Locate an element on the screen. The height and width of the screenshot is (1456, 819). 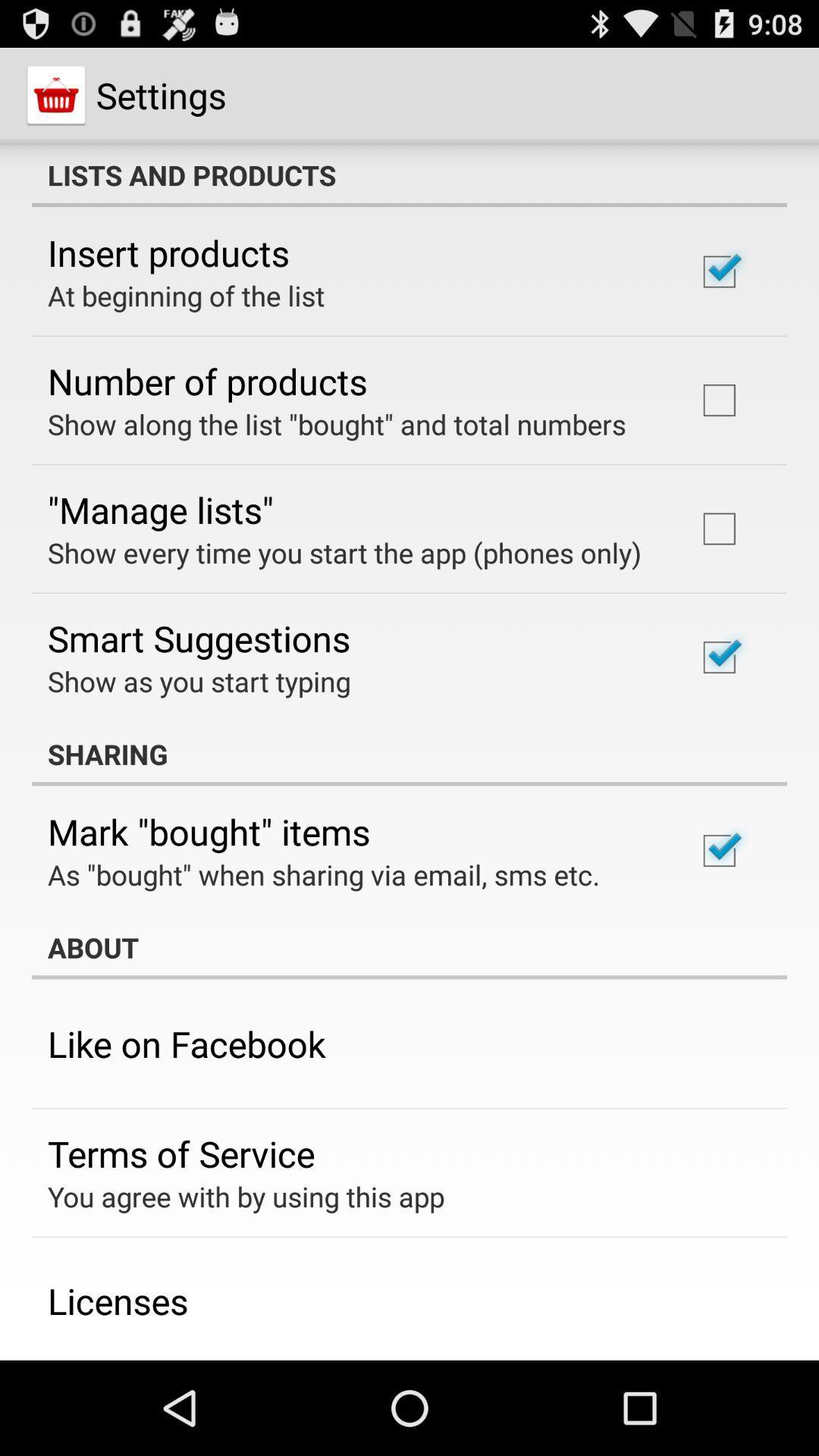
app below the mark "bought" items app is located at coordinates (323, 874).